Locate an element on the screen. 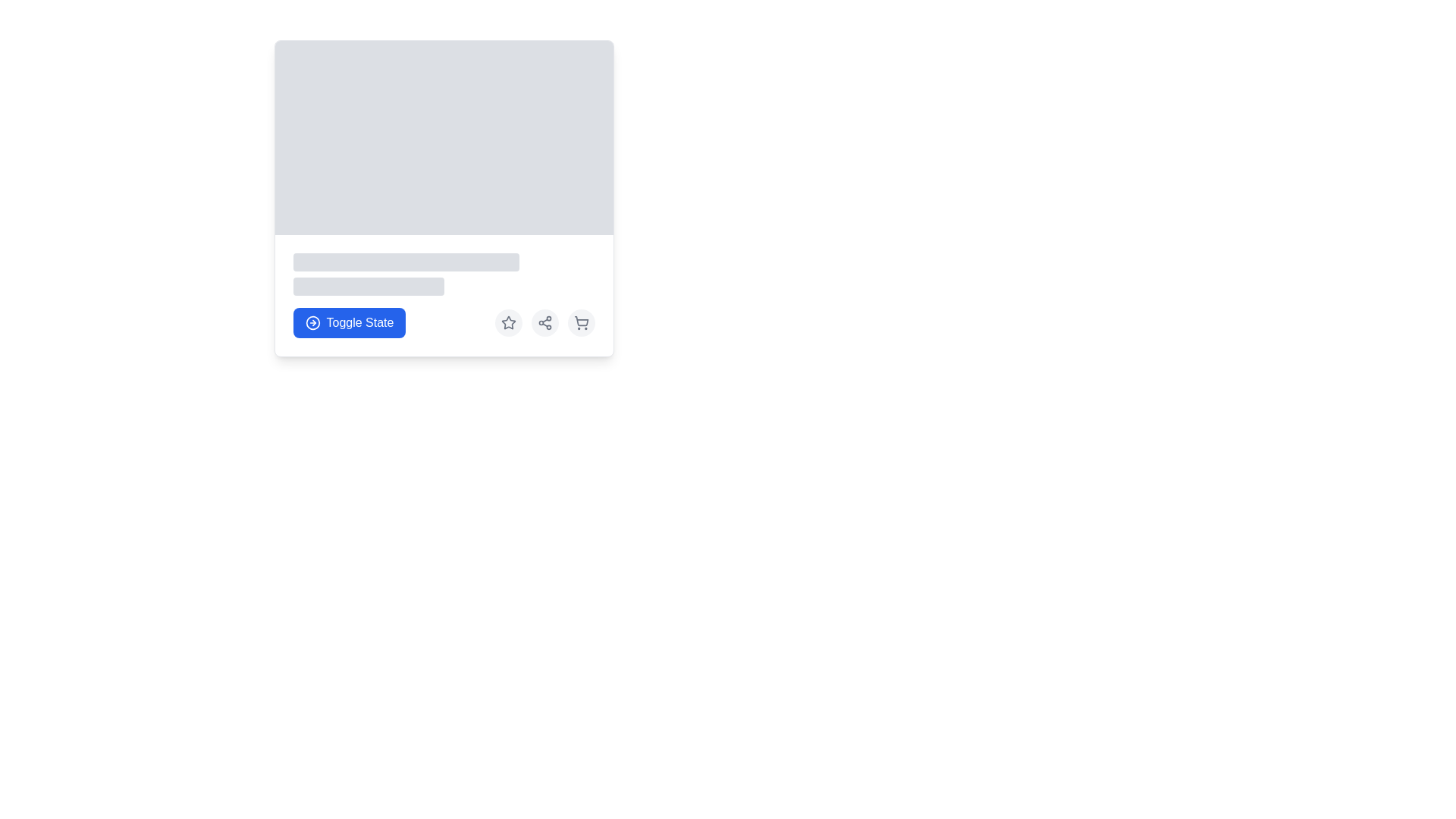 This screenshot has width=1456, height=819. the Placeholder or loading indicator, which consists of two vertically aligned rectangular bars with rounded edges, centrally located above the 'Toggle State' button is located at coordinates (443, 275).